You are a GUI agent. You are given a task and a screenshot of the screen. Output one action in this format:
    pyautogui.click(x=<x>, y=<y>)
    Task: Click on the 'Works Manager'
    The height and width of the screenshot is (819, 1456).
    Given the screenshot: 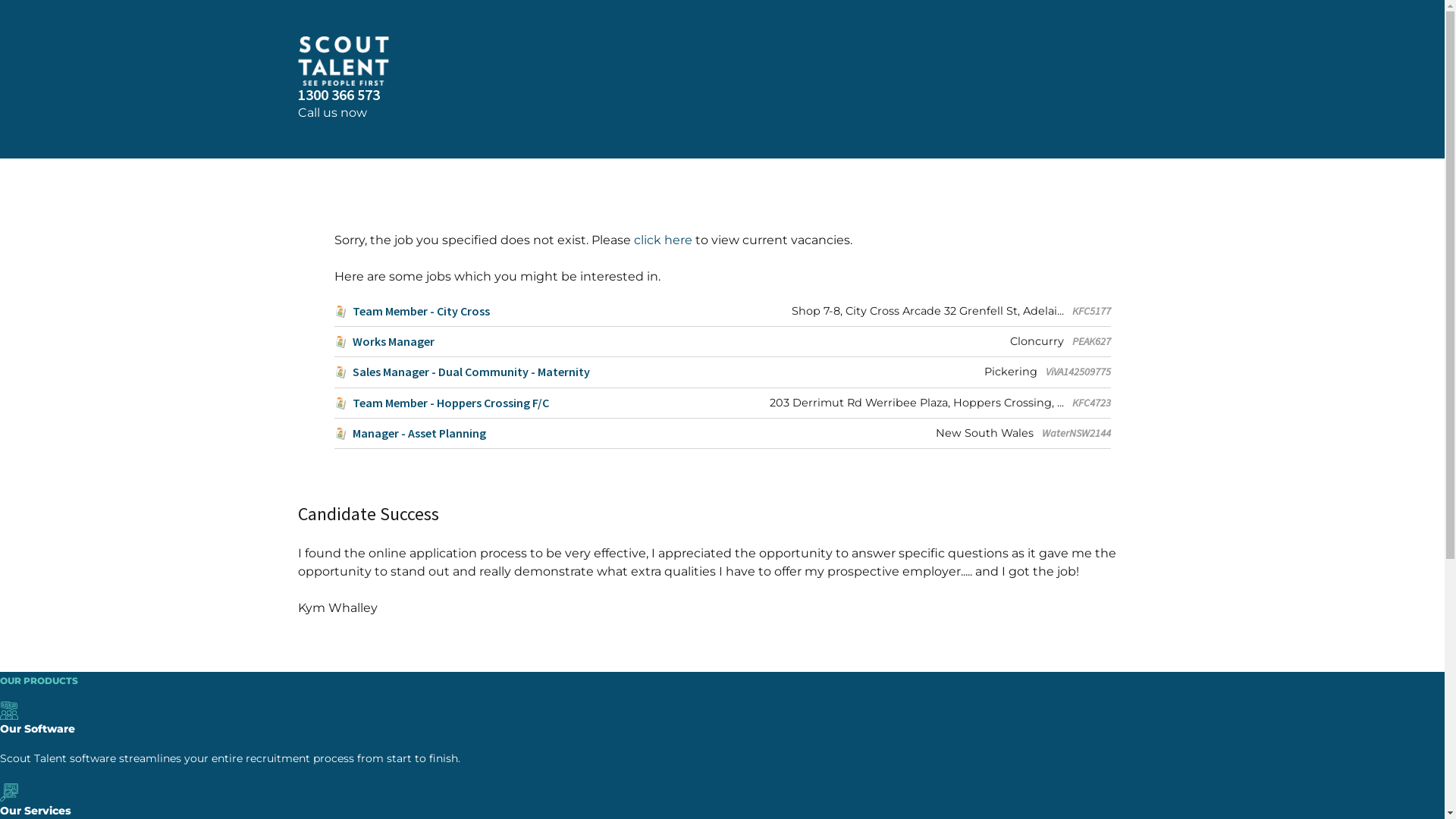 What is the action you would take?
    pyautogui.click(x=383, y=341)
    